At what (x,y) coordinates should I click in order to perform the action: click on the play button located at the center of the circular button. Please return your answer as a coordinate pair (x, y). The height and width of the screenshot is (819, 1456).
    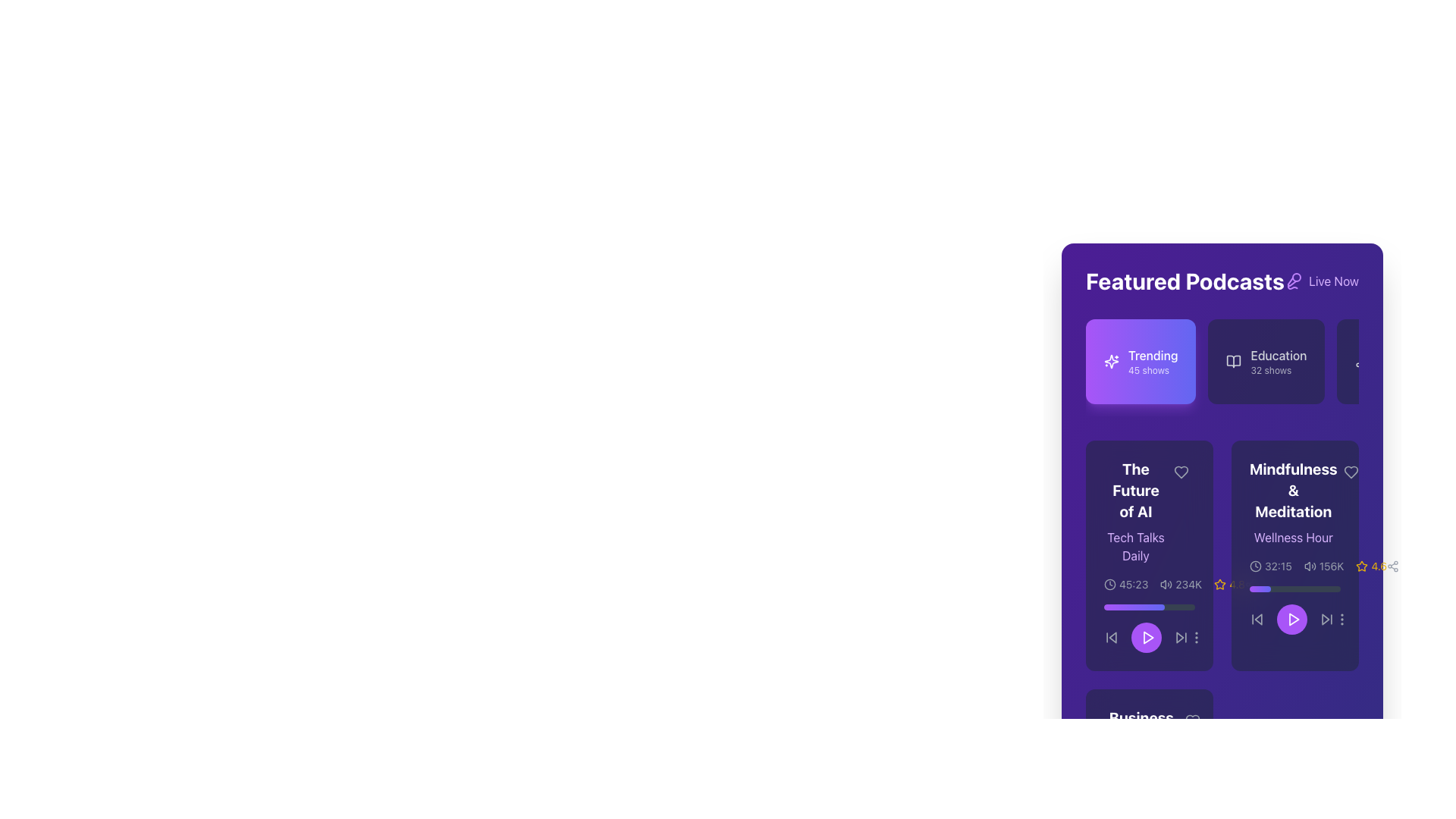
    Looking at the image, I should click on (1293, 620).